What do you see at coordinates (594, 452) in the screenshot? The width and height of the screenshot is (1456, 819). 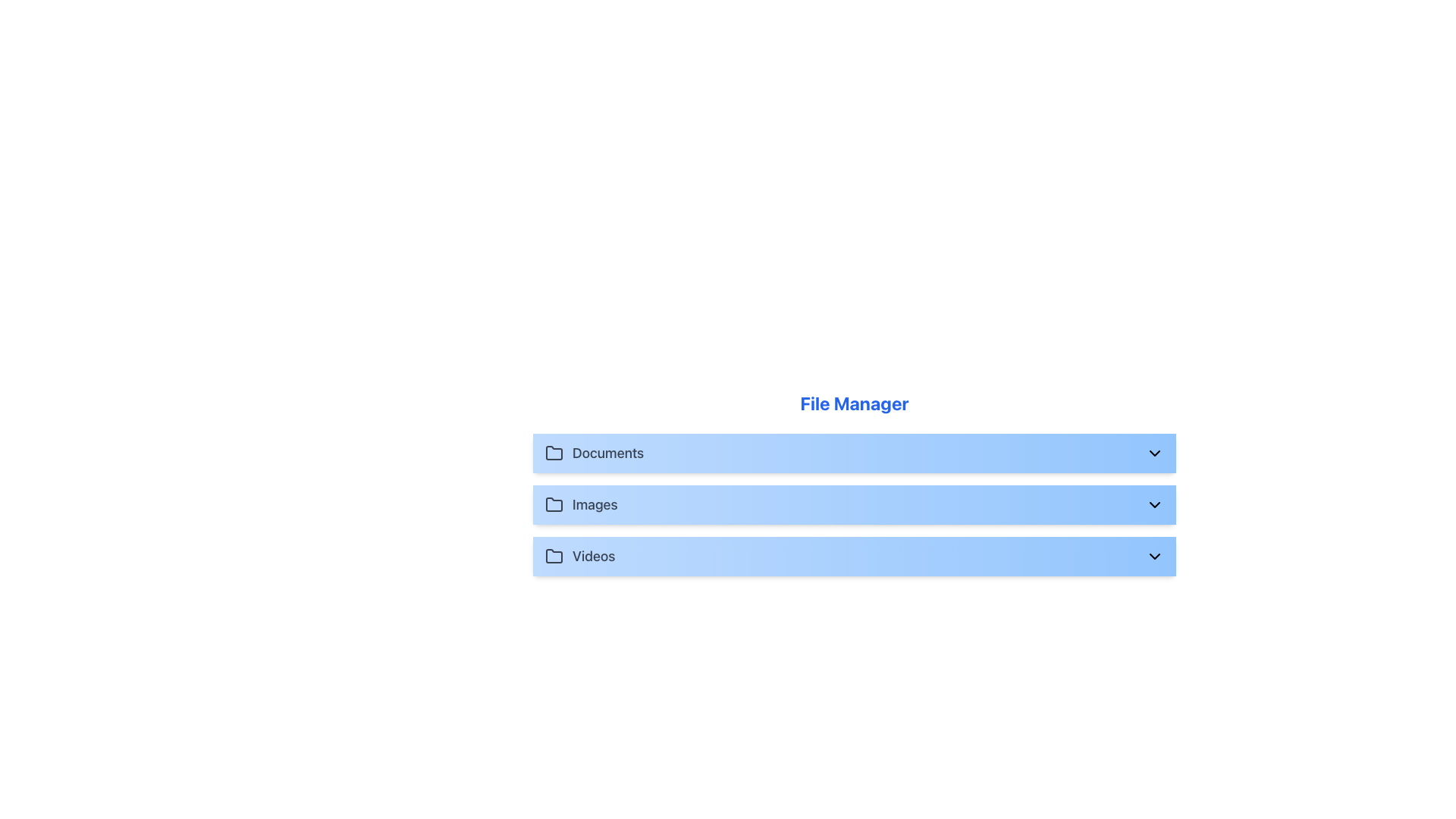 I see `the first item in the vertical list of navigation buttons representing the 'Documents' section for accessibility actions` at bounding box center [594, 452].